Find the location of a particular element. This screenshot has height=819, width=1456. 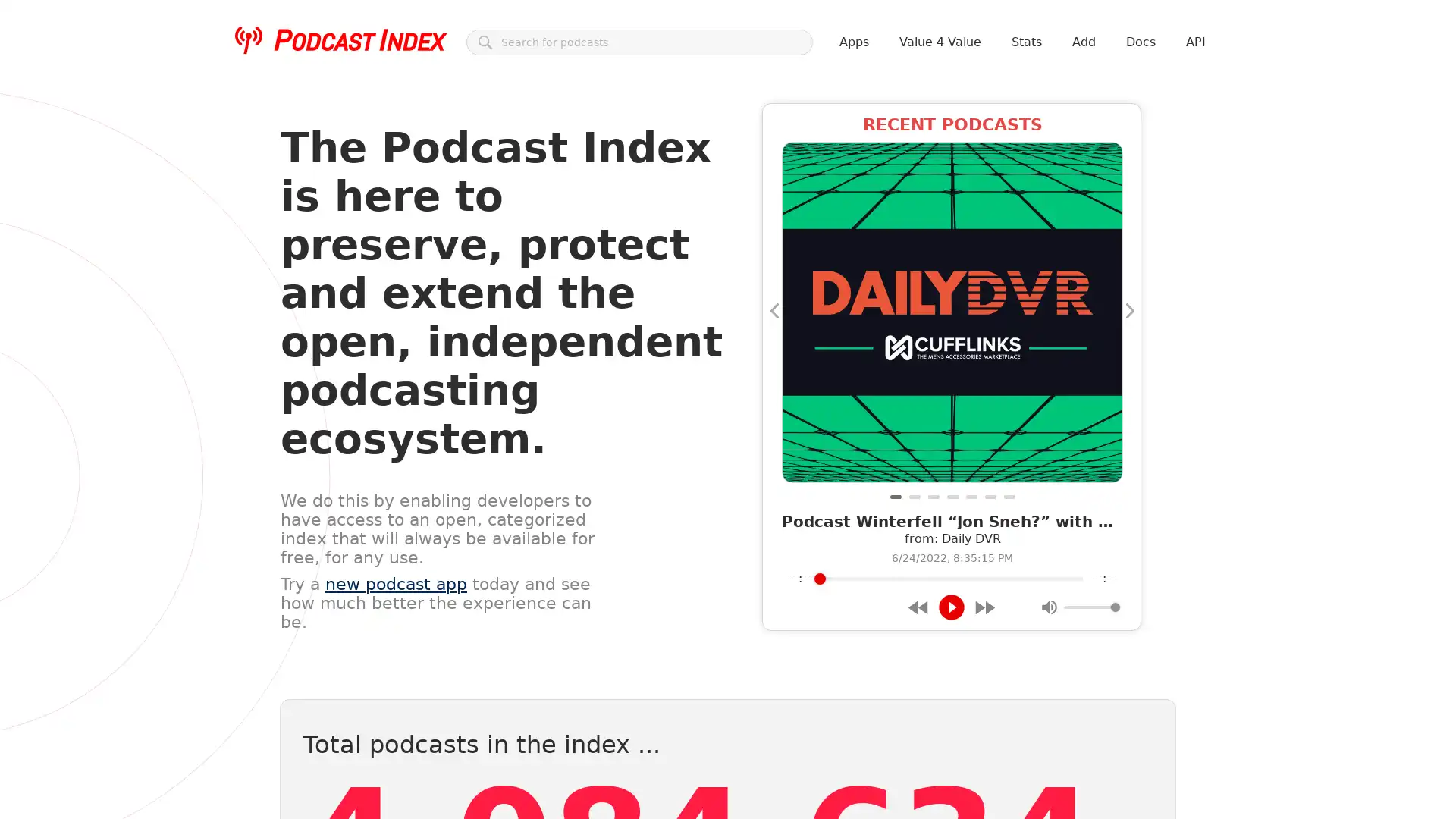

Podcast Winterfell Jon Sneh? with Matt Murdick is located at coordinates (895, 497).